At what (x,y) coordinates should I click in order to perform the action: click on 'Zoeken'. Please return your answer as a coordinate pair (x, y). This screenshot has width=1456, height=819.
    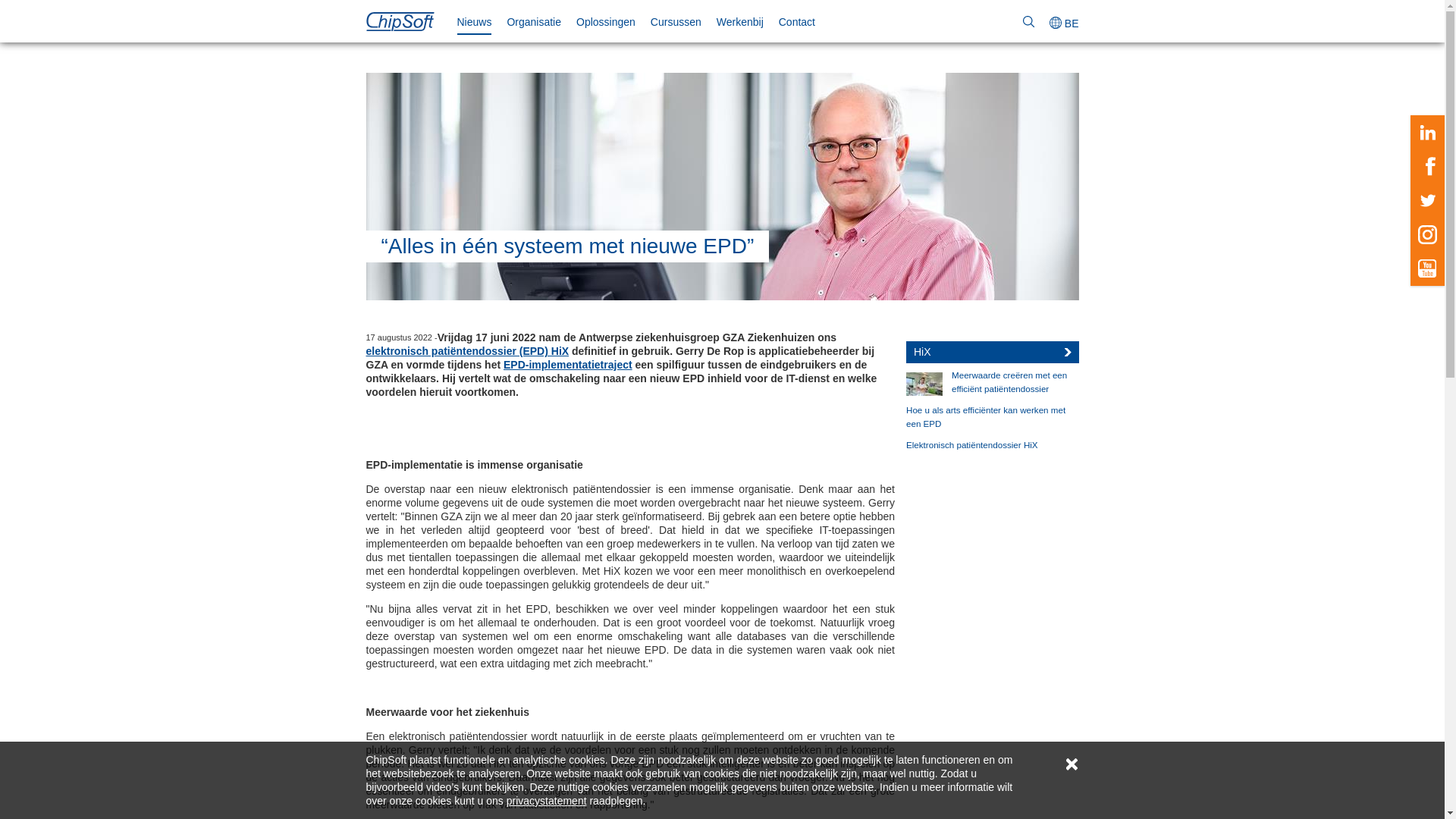
    Looking at the image, I should click on (1028, 20).